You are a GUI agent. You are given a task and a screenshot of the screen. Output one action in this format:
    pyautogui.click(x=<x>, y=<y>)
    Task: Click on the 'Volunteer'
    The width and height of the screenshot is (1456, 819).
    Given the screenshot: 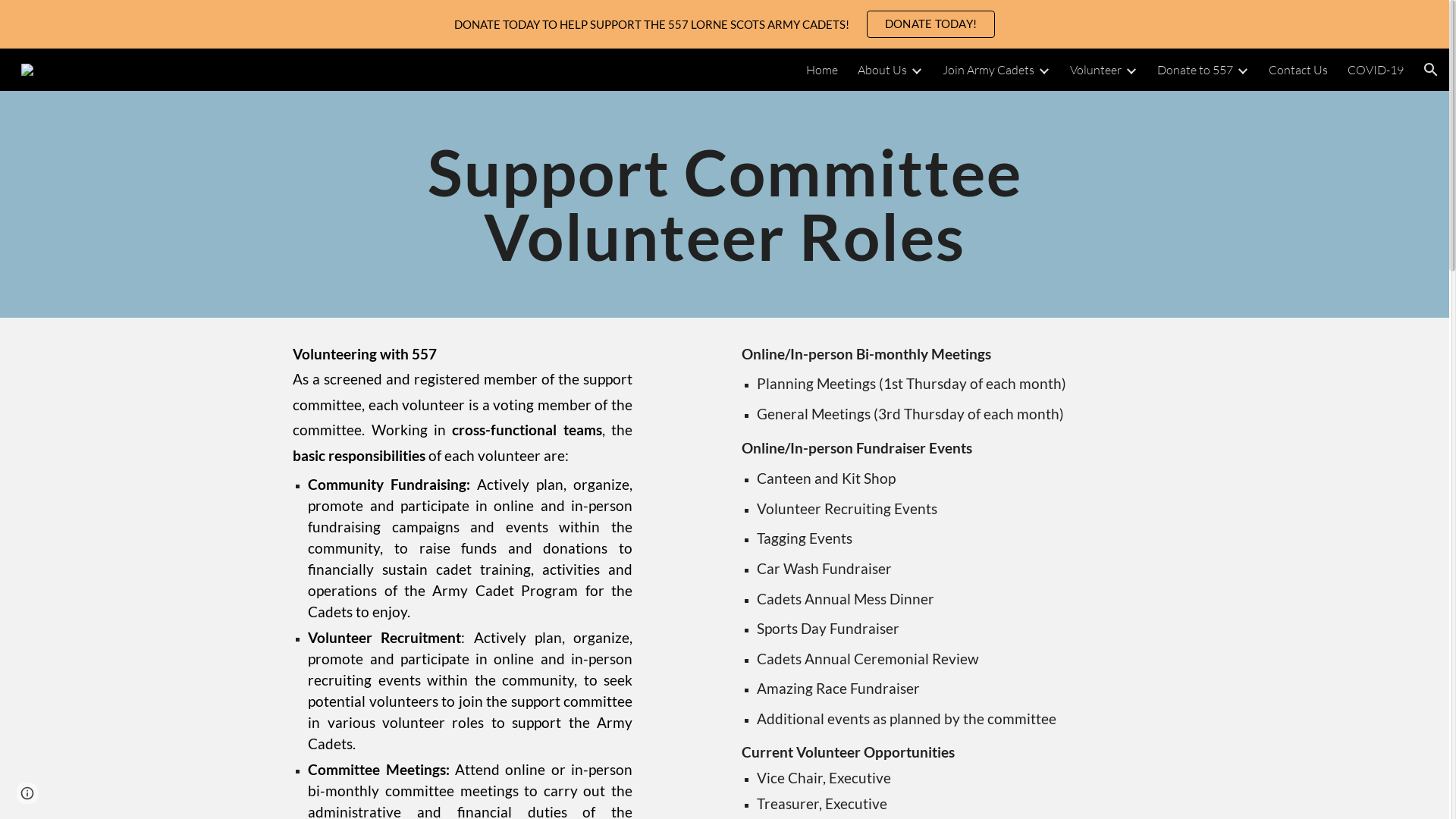 What is the action you would take?
    pyautogui.click(x=1069, y=70)
    